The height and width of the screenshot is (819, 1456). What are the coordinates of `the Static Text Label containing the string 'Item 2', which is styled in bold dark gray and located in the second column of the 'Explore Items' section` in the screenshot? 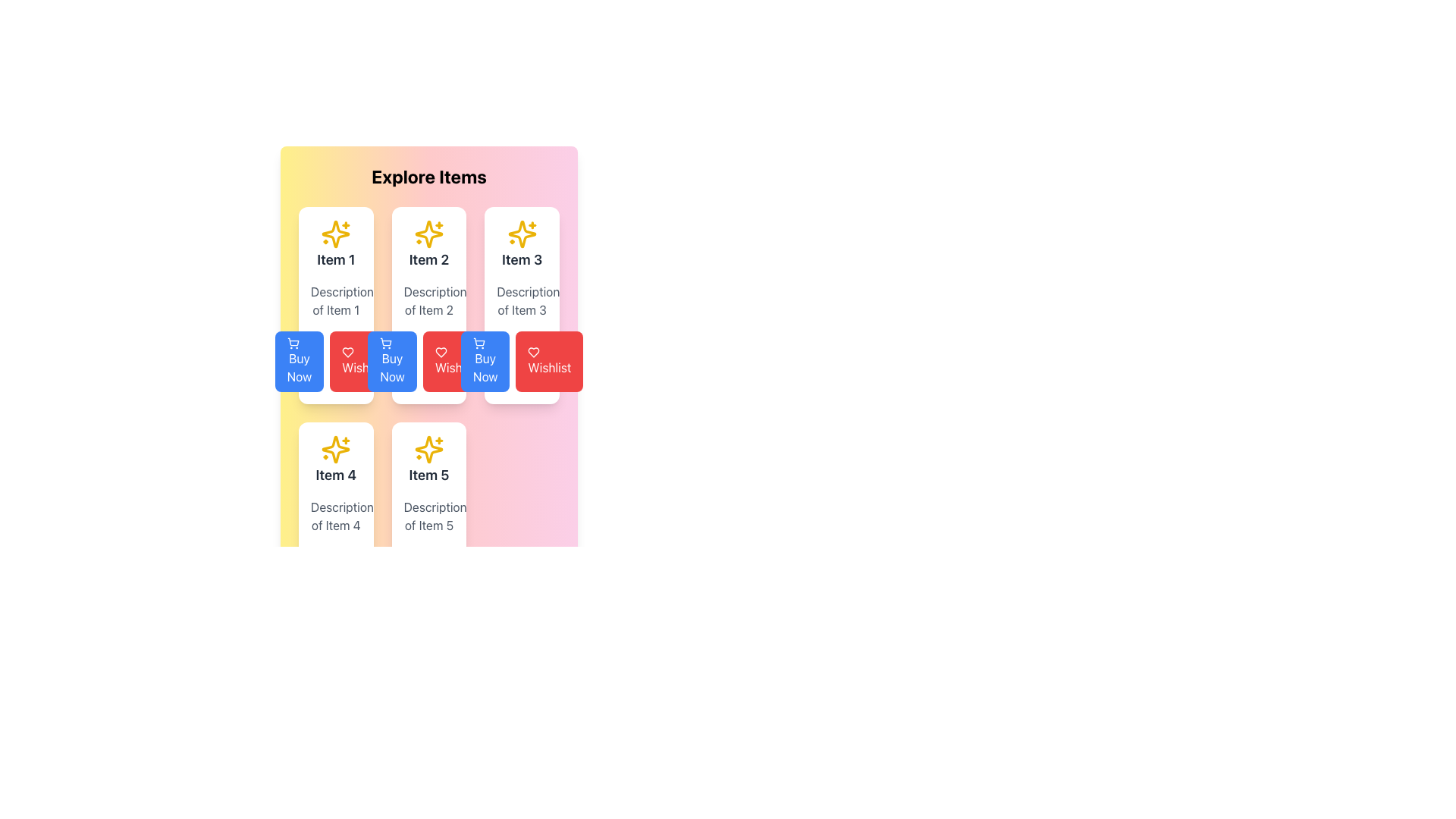 It's located at (428, 259).